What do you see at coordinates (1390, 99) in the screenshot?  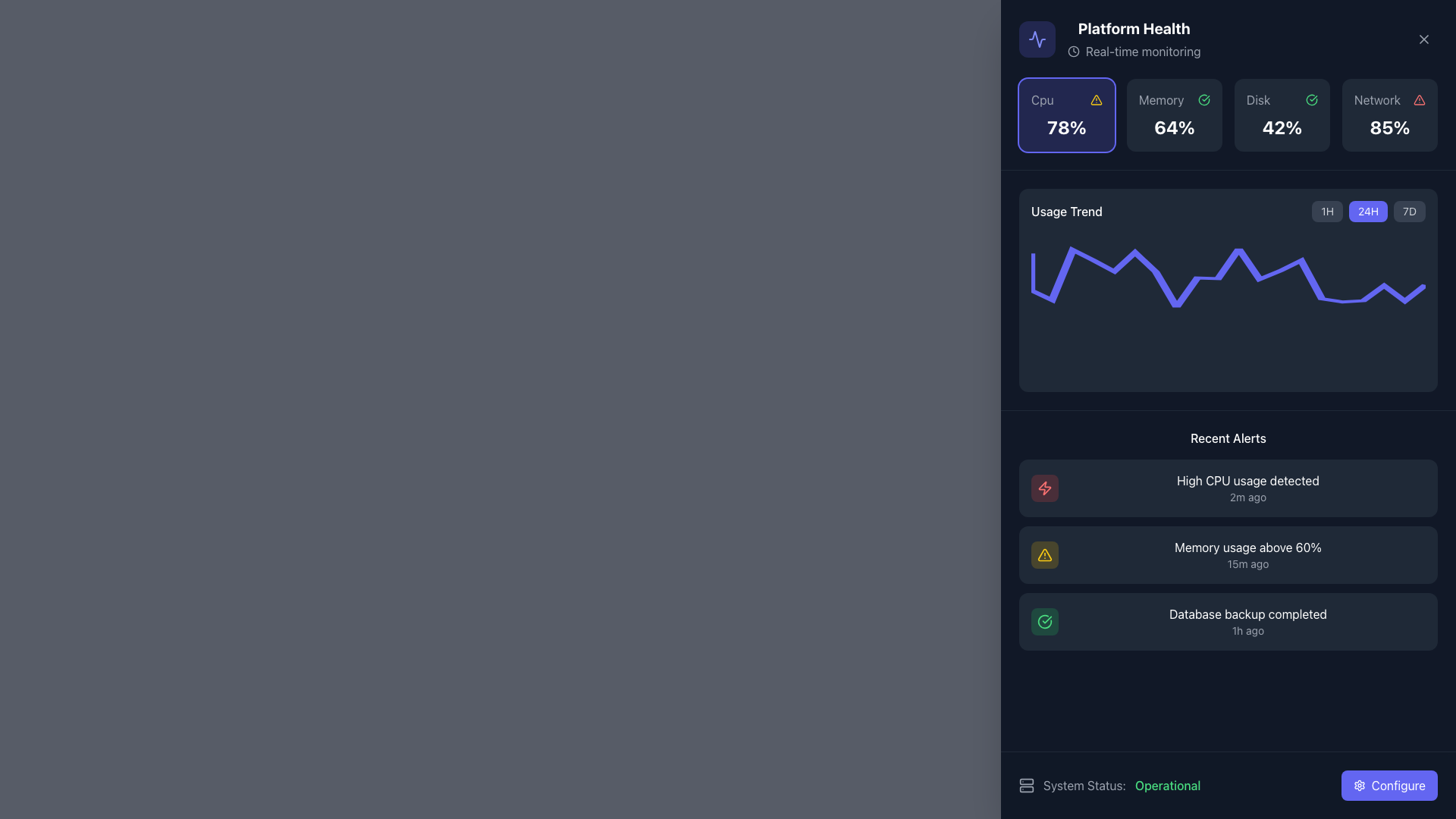 I see `the network status label with an alert icon located in the top-right area of the 'Platform Health' section` at bounding box center [1390, 99].